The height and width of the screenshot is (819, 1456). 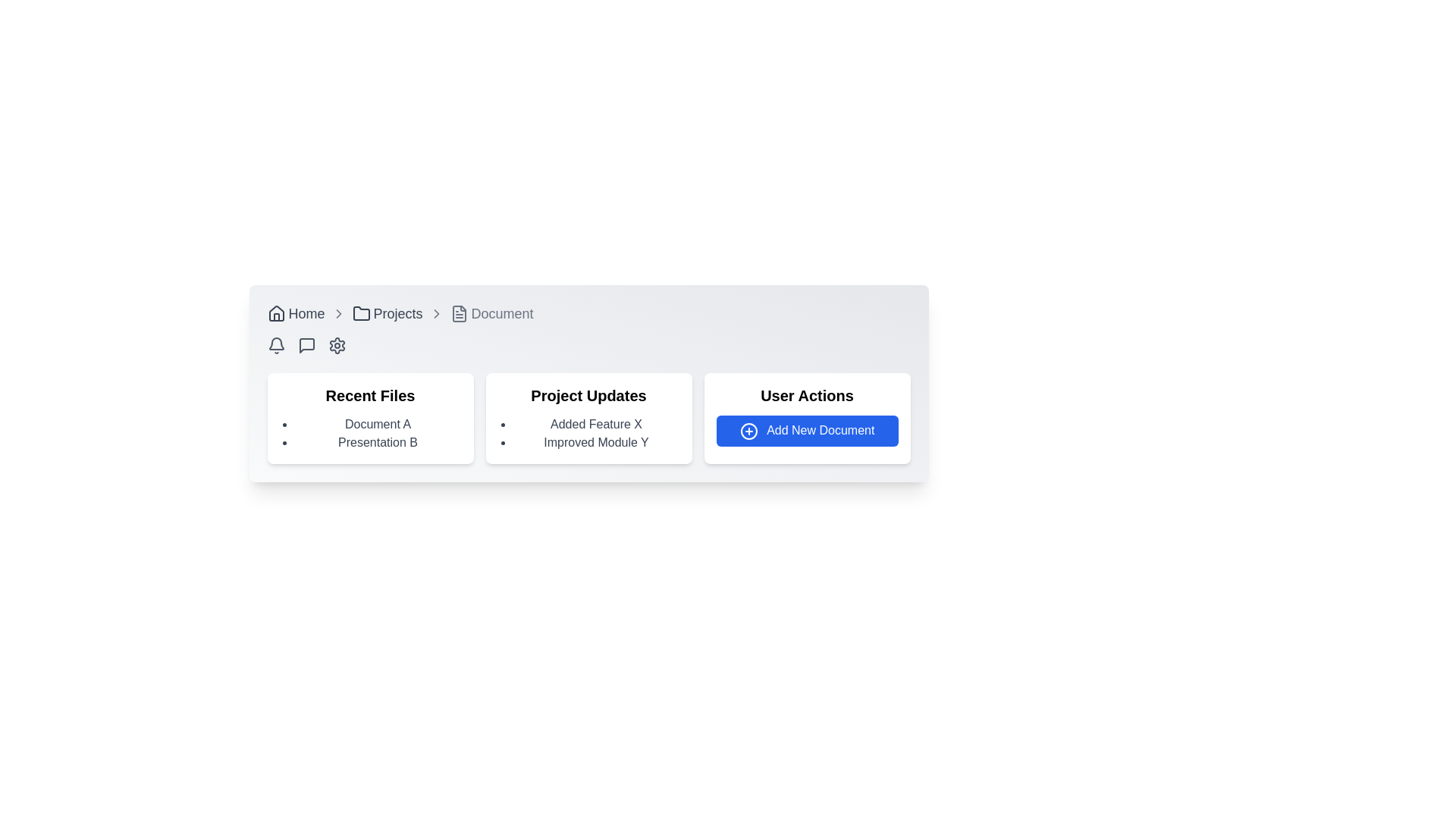 What do you see at coordinates (360, 312) in the screenshot?
I see `the folder icon in the breadcrumb navigation bar, located between the 'Projects' and 'Document' links, to understand the context within the navigation structure` at bounding box center [360, 312].